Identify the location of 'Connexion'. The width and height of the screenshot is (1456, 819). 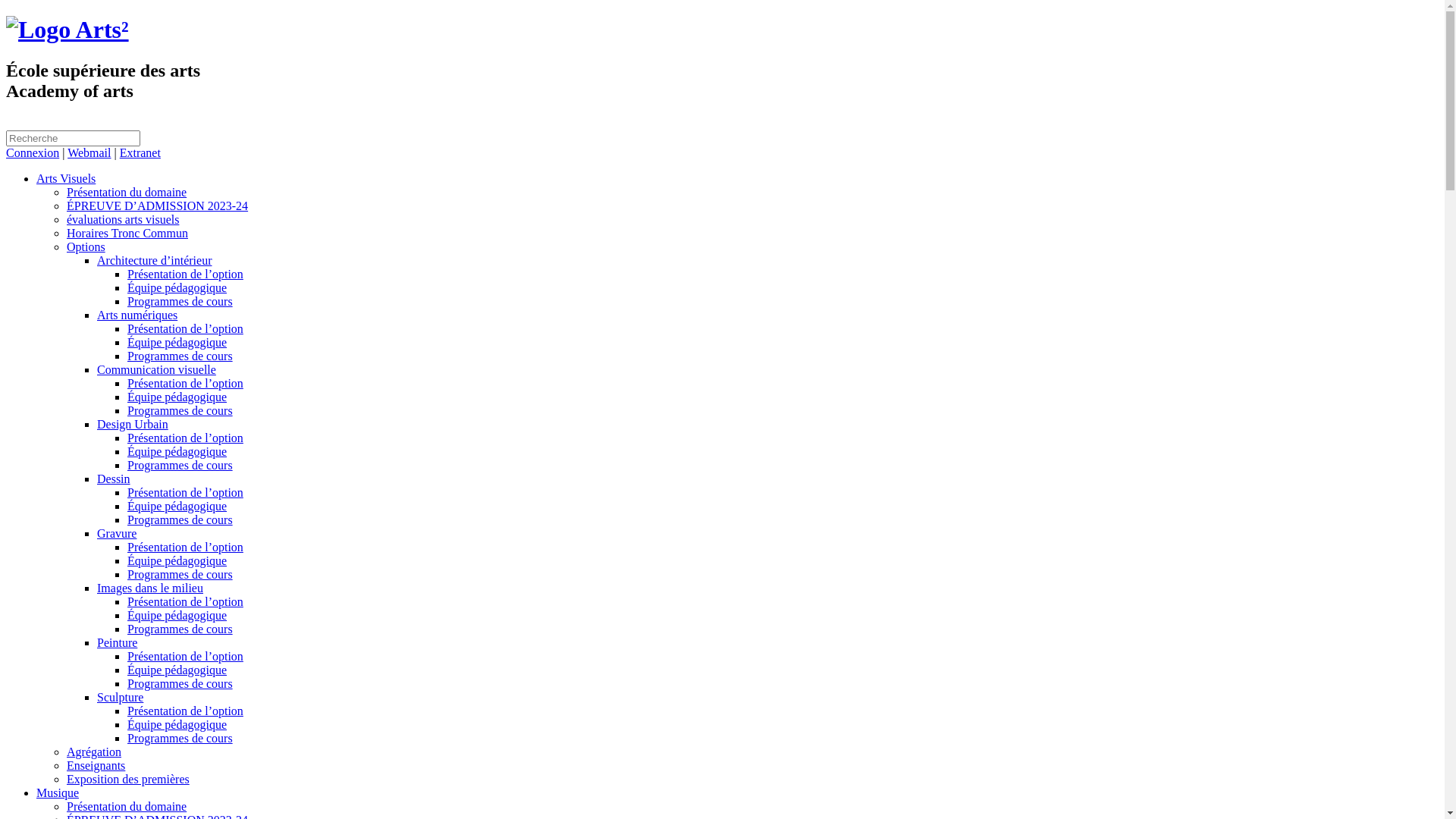
(33, 152).